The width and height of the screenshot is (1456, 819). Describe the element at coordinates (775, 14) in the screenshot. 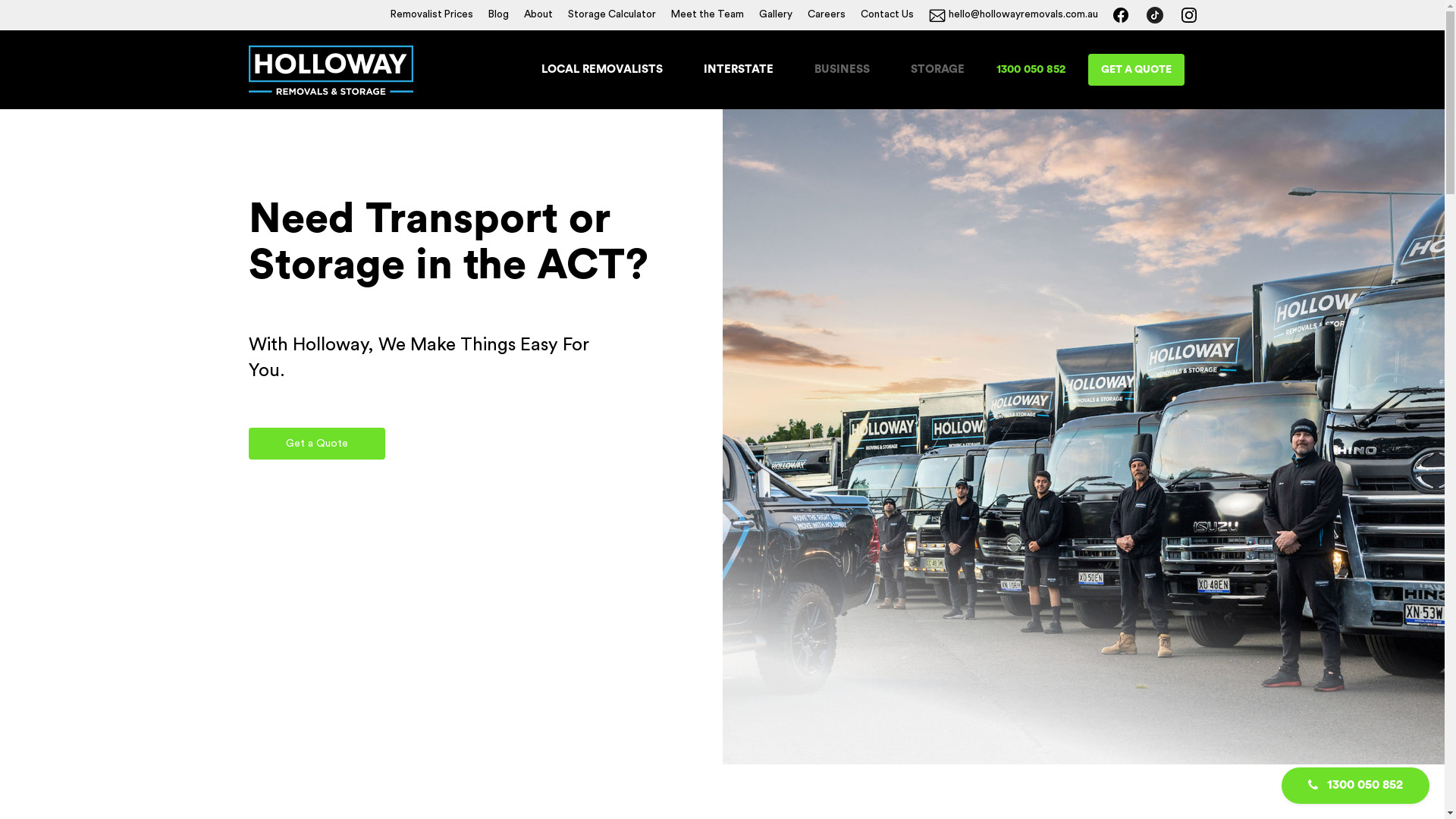

I see `'Gallery'` at that location.